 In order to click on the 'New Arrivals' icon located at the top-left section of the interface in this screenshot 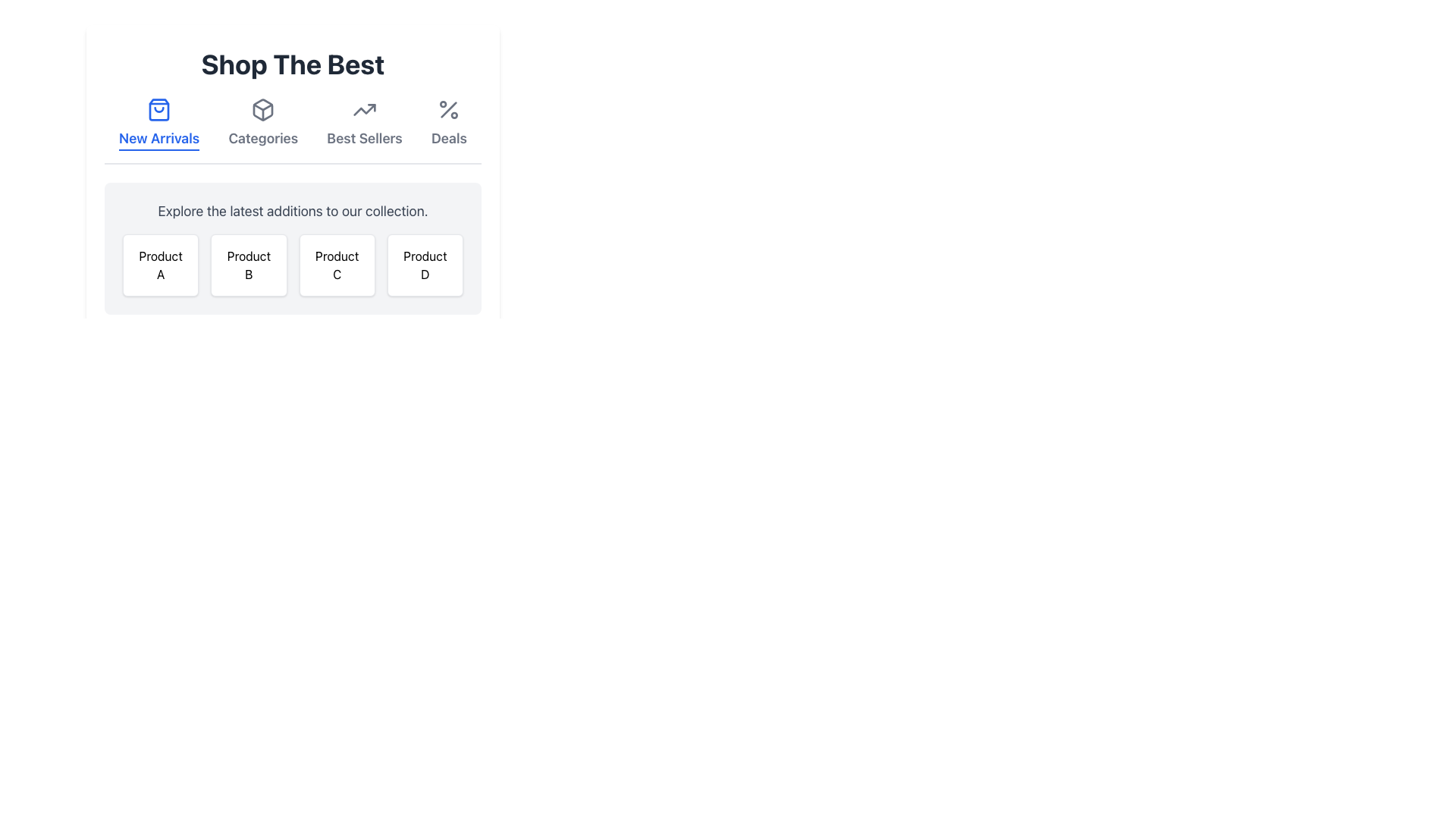, I will do `click(159, 109)`.